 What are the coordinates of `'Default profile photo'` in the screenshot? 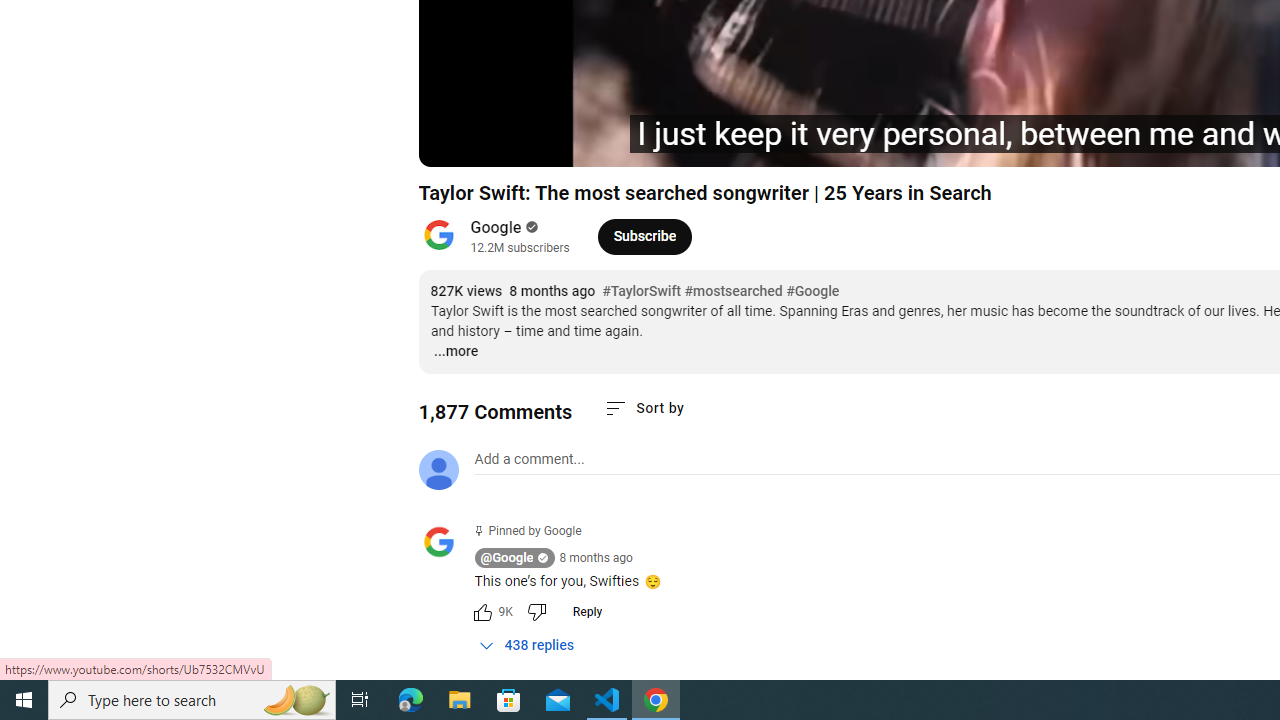 It's located at (438, 470).